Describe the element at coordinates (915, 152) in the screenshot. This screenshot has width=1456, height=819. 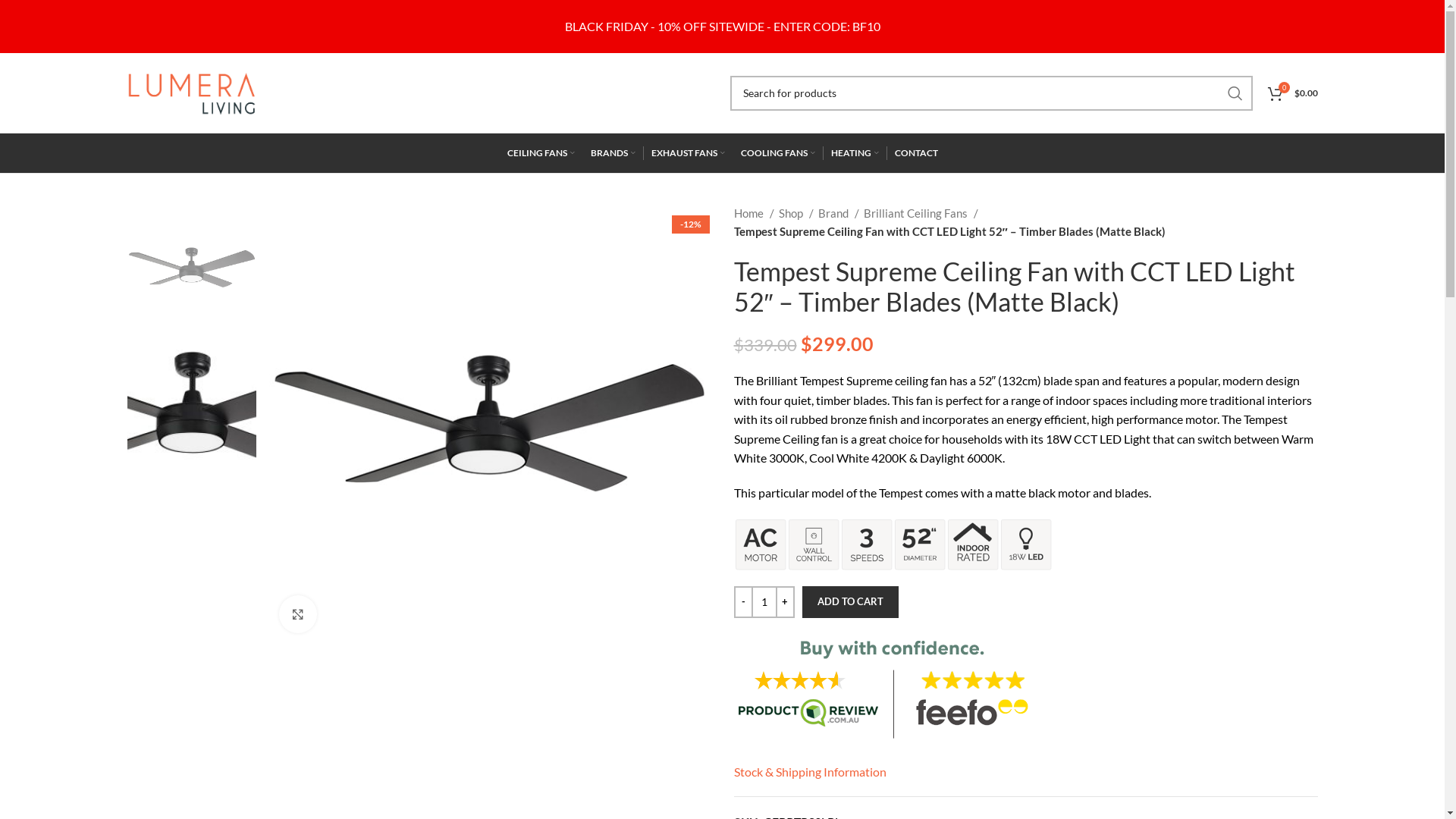
I see `'CONTACT'` at that location.